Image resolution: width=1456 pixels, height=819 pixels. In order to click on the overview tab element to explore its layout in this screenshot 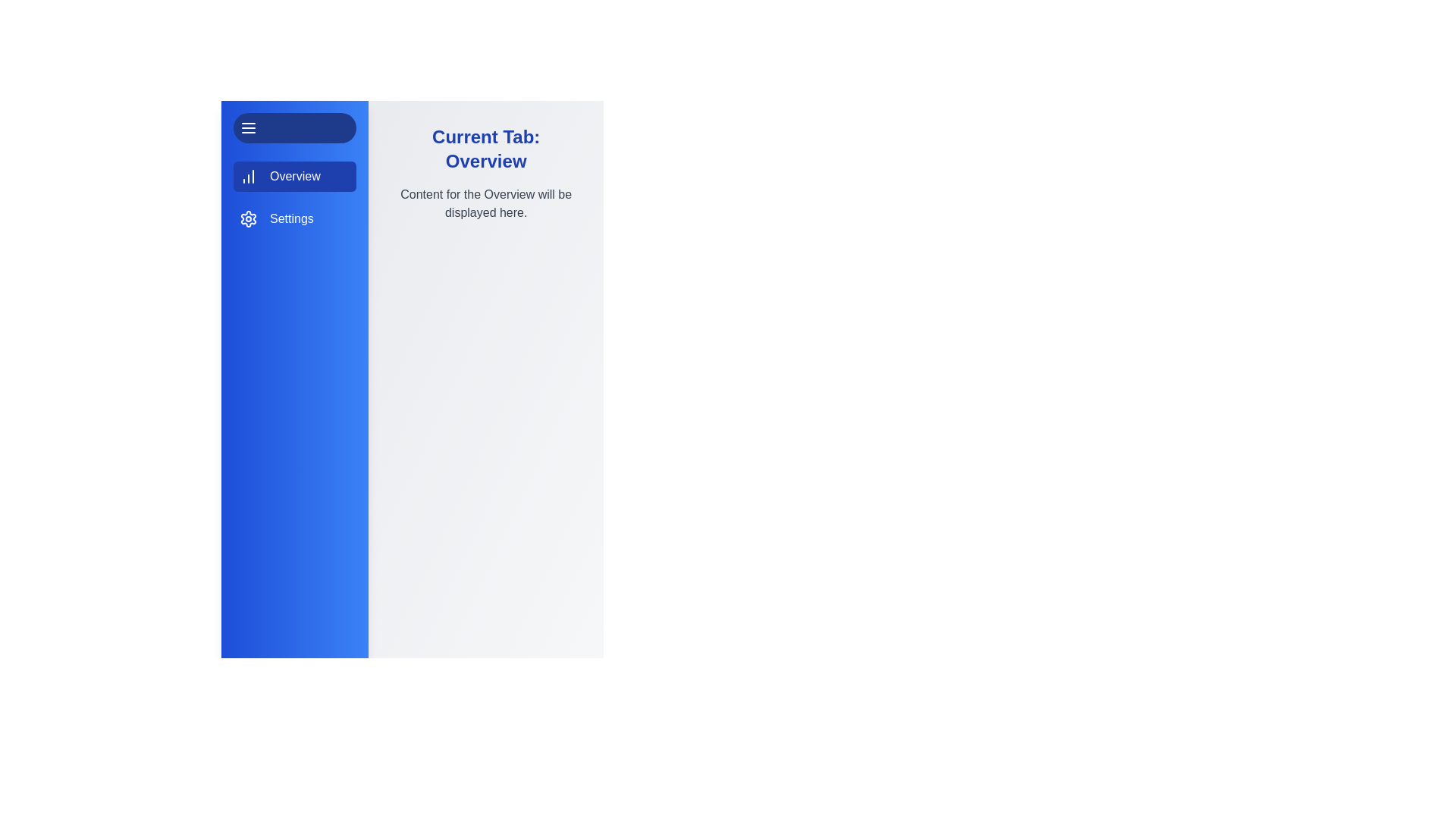, I will do `click(294, 175)`.